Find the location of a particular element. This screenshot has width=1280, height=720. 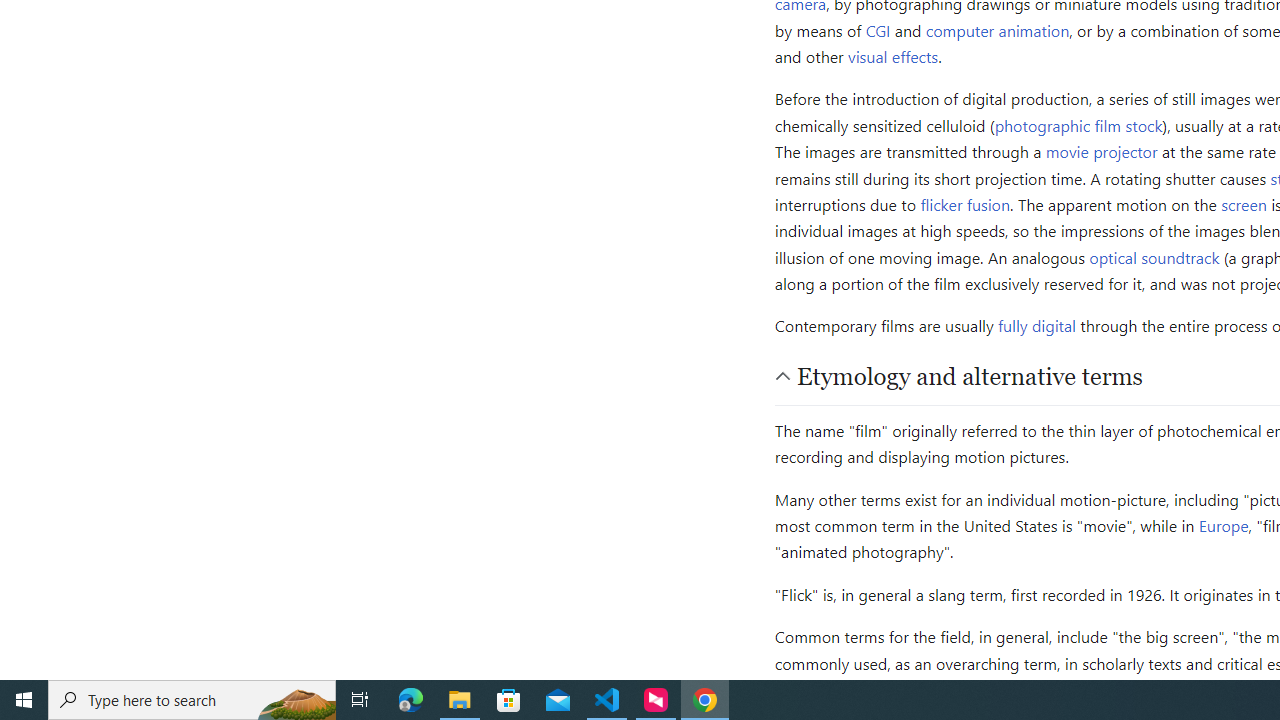

'Europe' is located at coordinates (1222, 524).